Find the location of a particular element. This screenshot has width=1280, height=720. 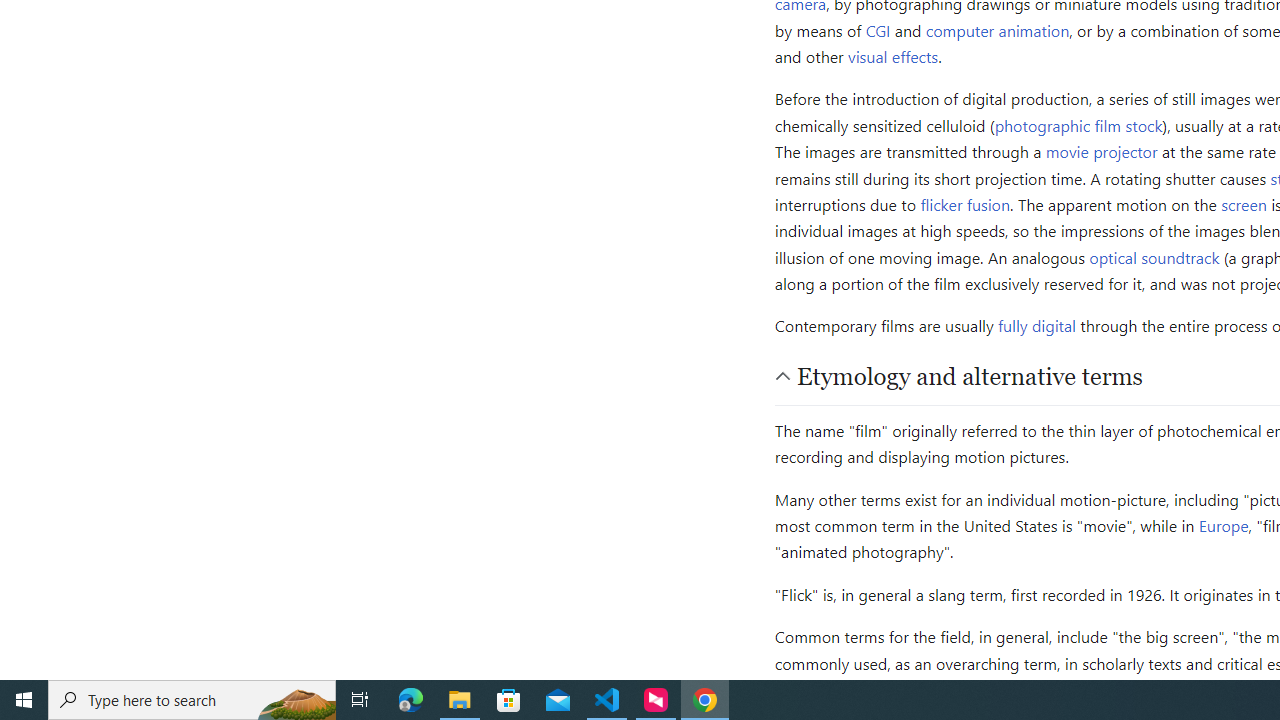

'Europe' is located at coordinates (1222, 524).